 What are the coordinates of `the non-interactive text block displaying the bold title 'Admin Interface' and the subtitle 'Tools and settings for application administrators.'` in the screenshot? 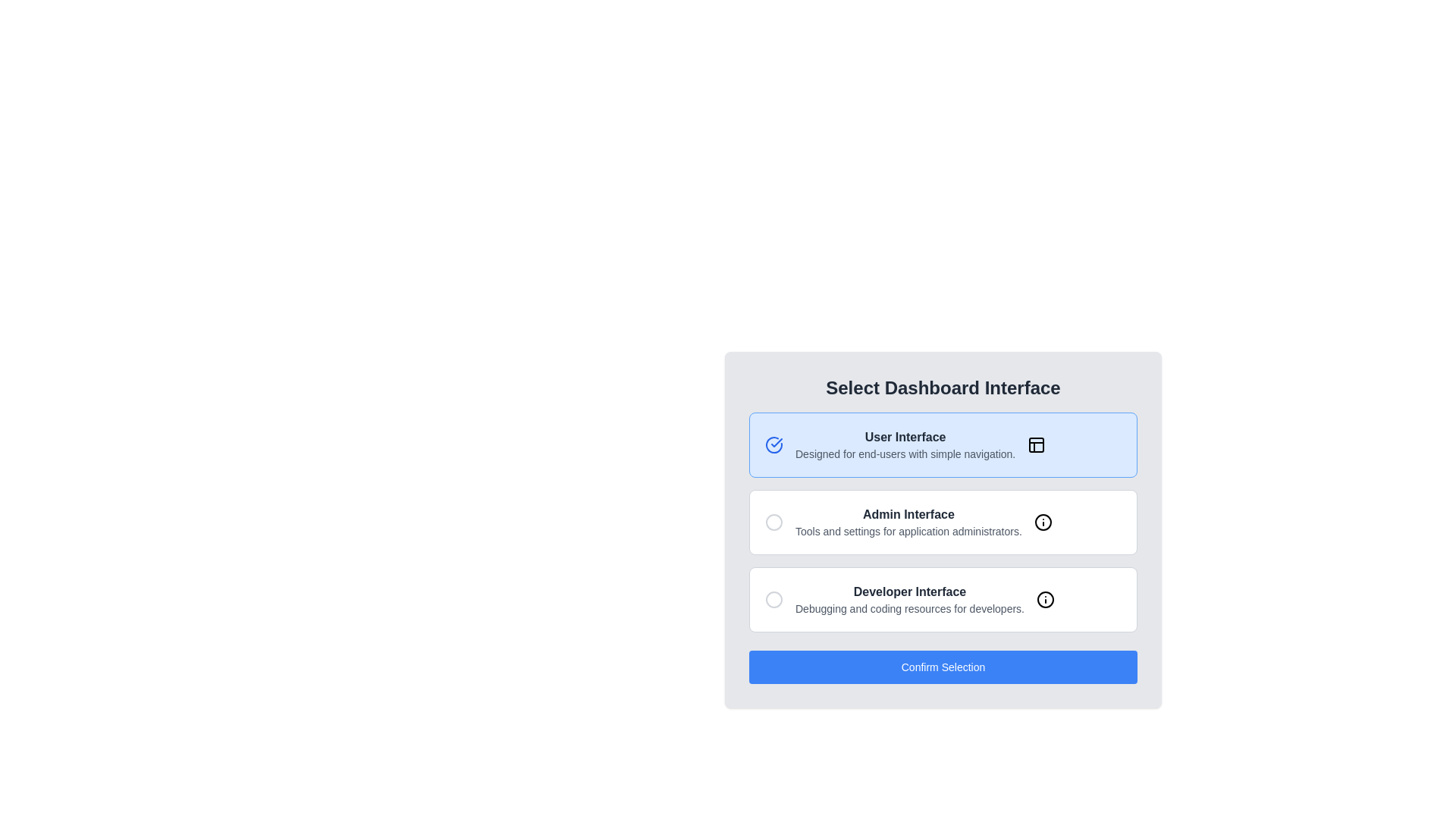 It's located at (908, 522).